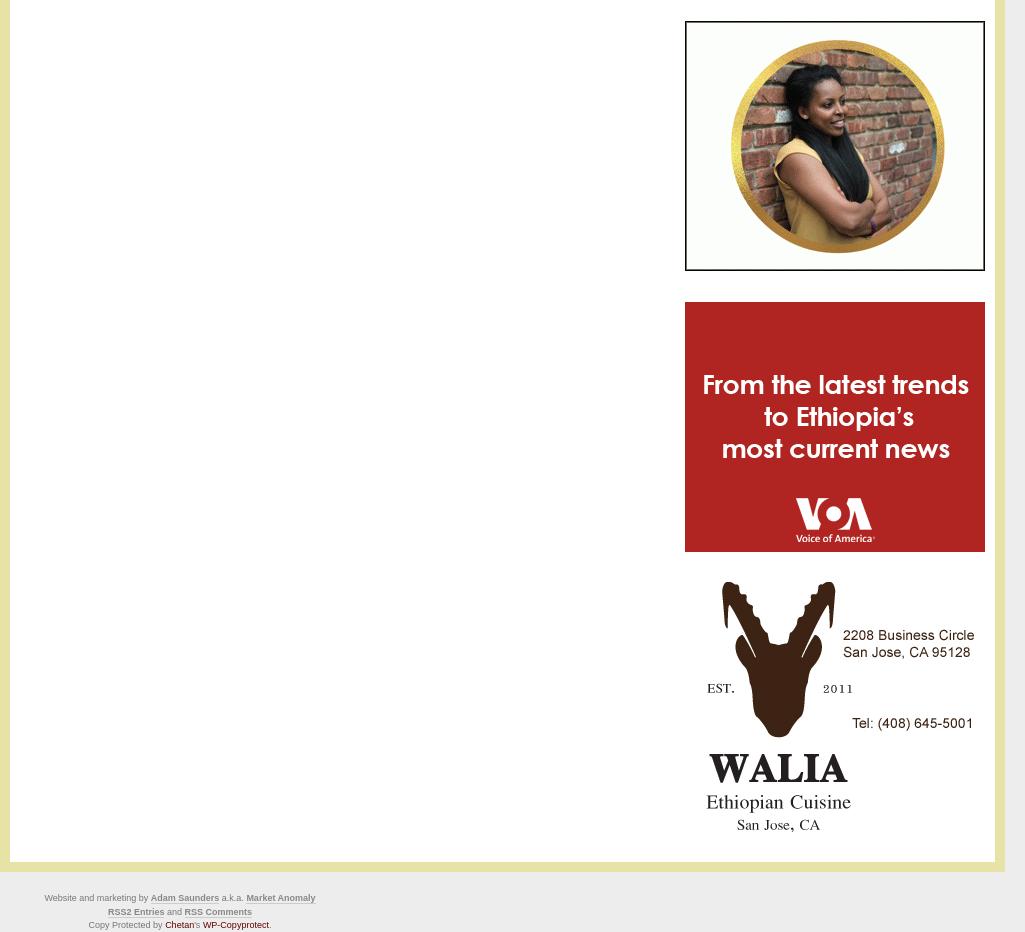  I want to click on 'and', so click(173, 911).